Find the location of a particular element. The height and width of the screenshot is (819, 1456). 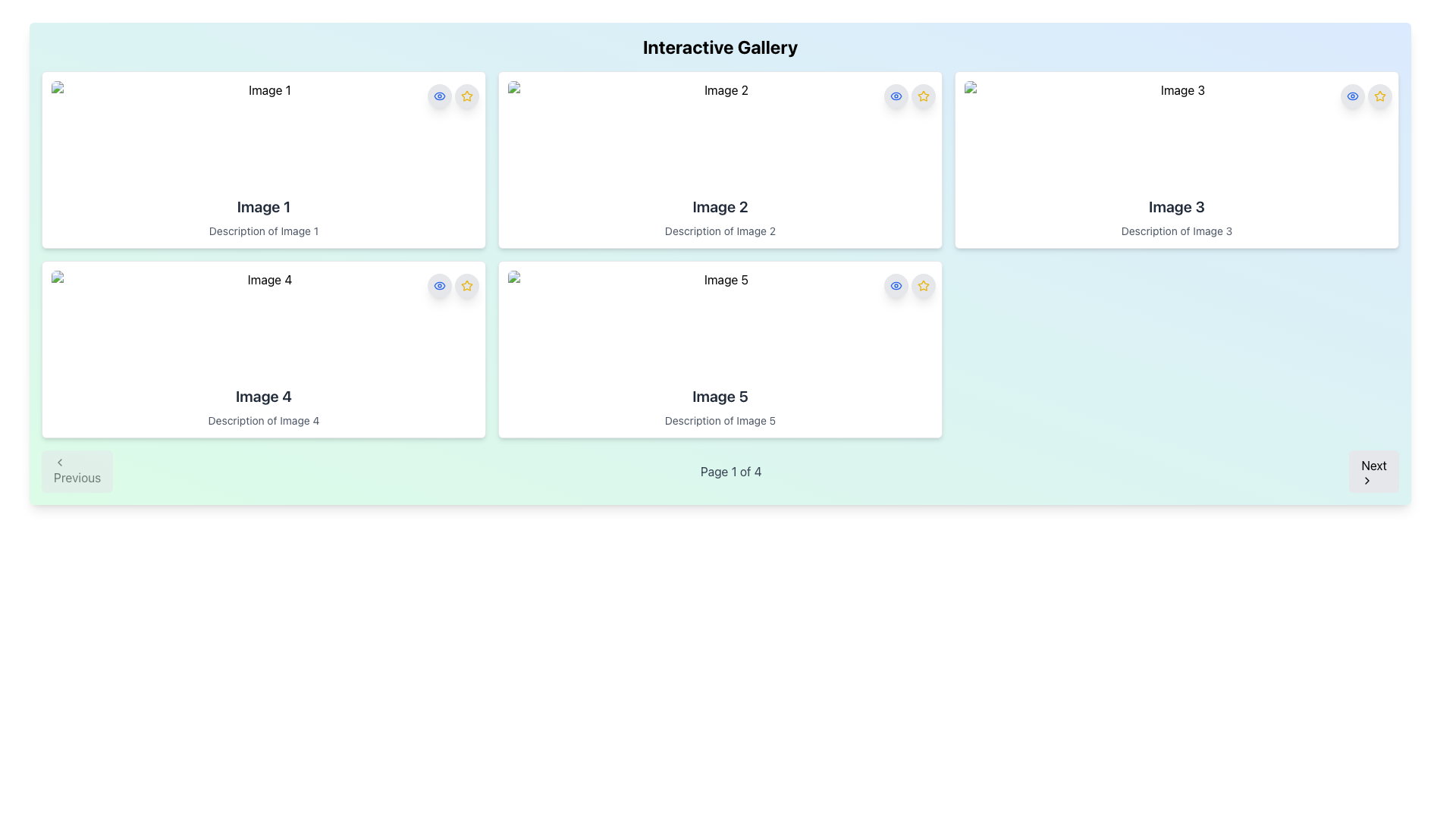

the text label located below the title 'Image 2' in the second card of the grid layout is located at coordinates (720, 231).